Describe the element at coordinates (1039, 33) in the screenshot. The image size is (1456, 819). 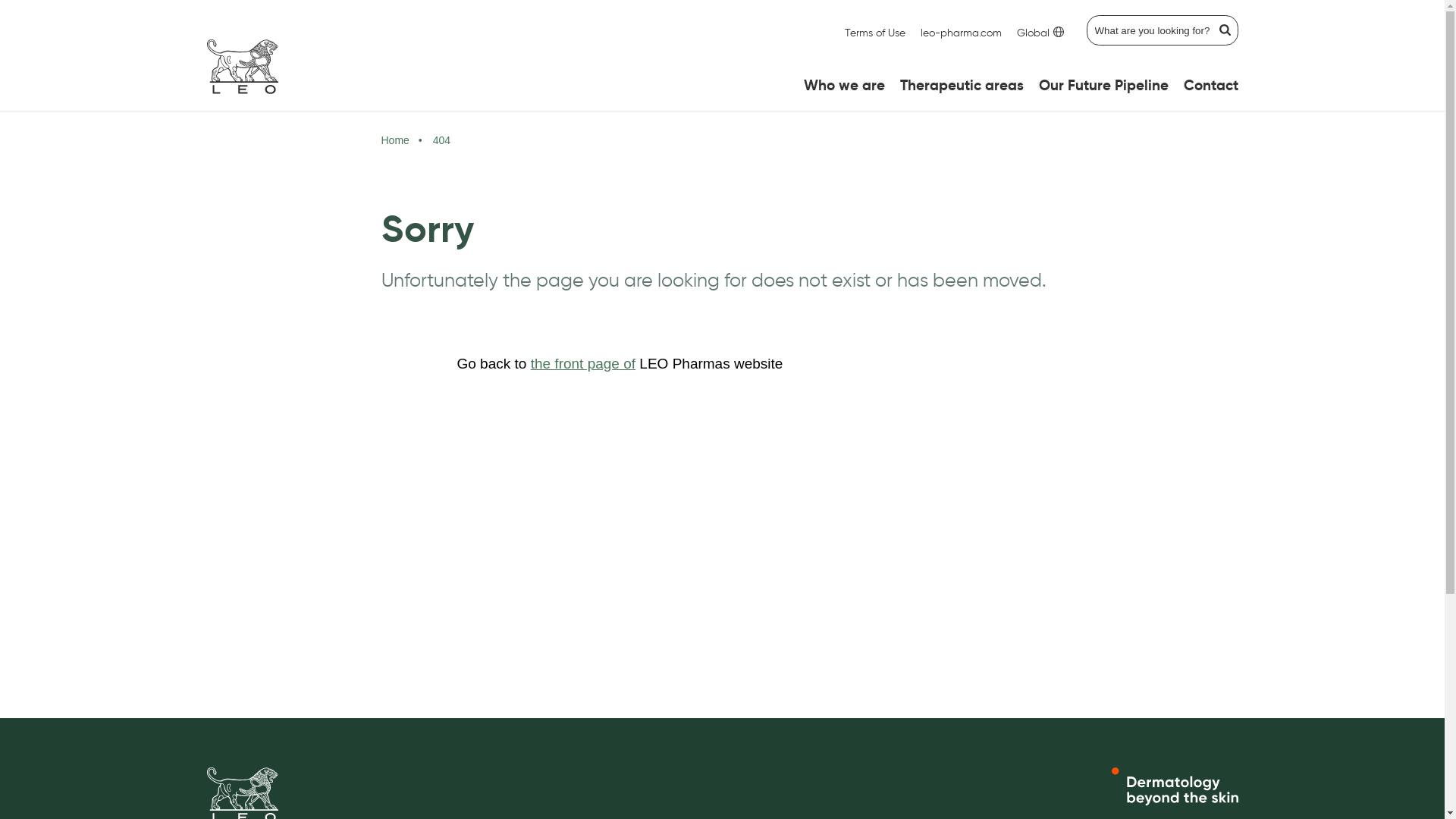
I see `'Global'` at that location.